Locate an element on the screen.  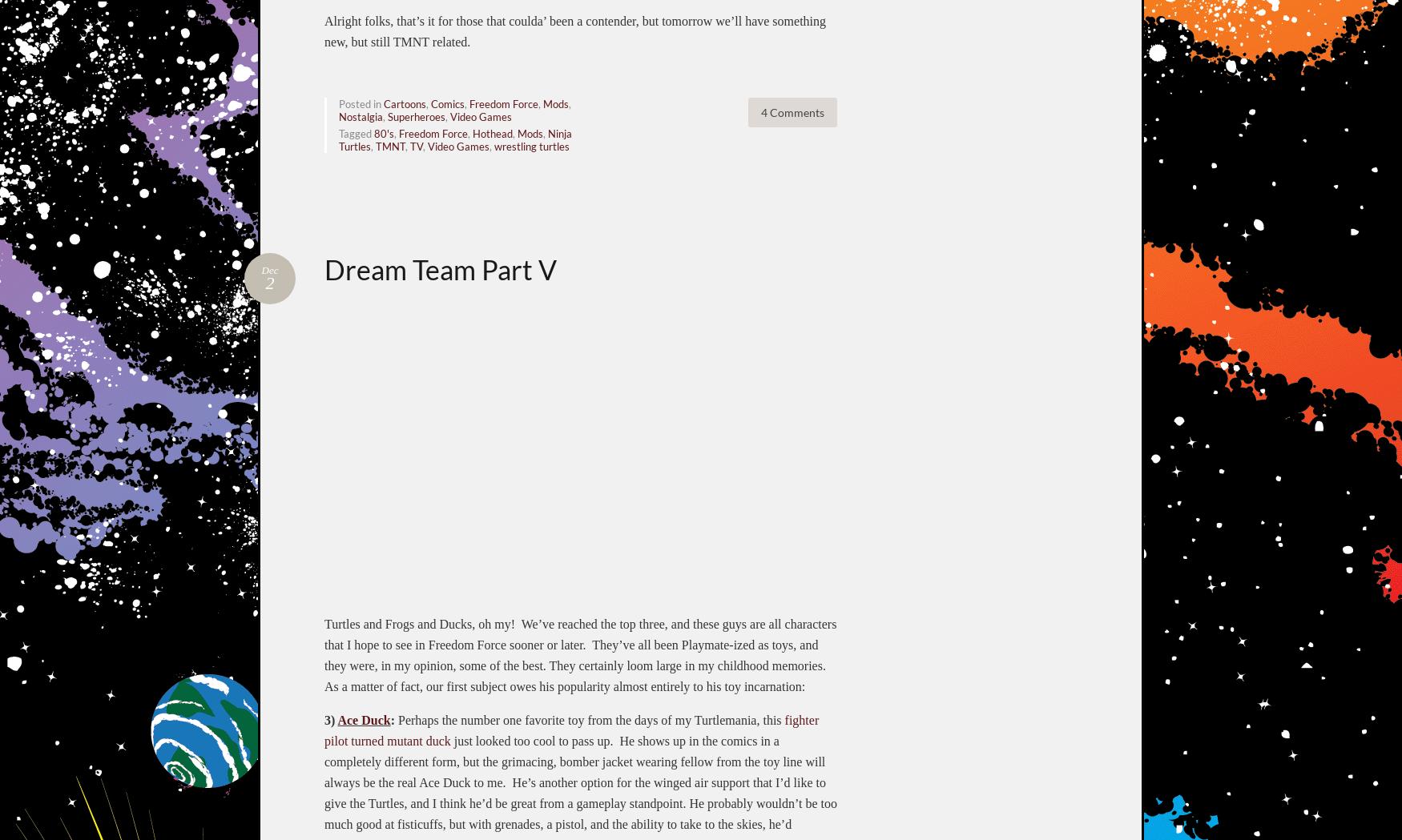
':' is located at coordinates (390, 718).